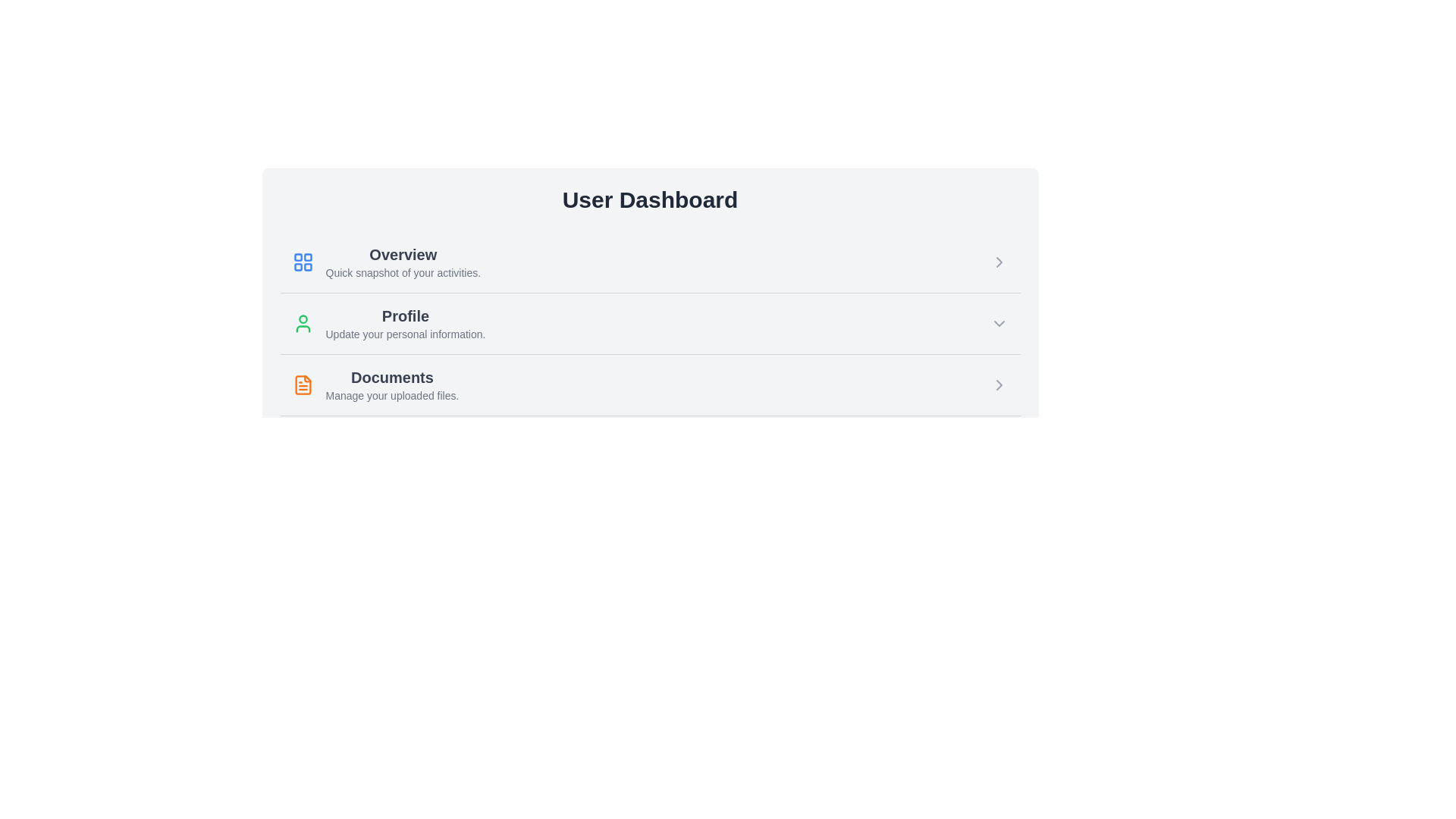  What do you see at coordinates (403, 253) in the screenshot?
I see `the 'Overview' text label in bold, dark gray font located in the upper-left quadrant of the User Dashboard interface` at bounding box center [403, 253].